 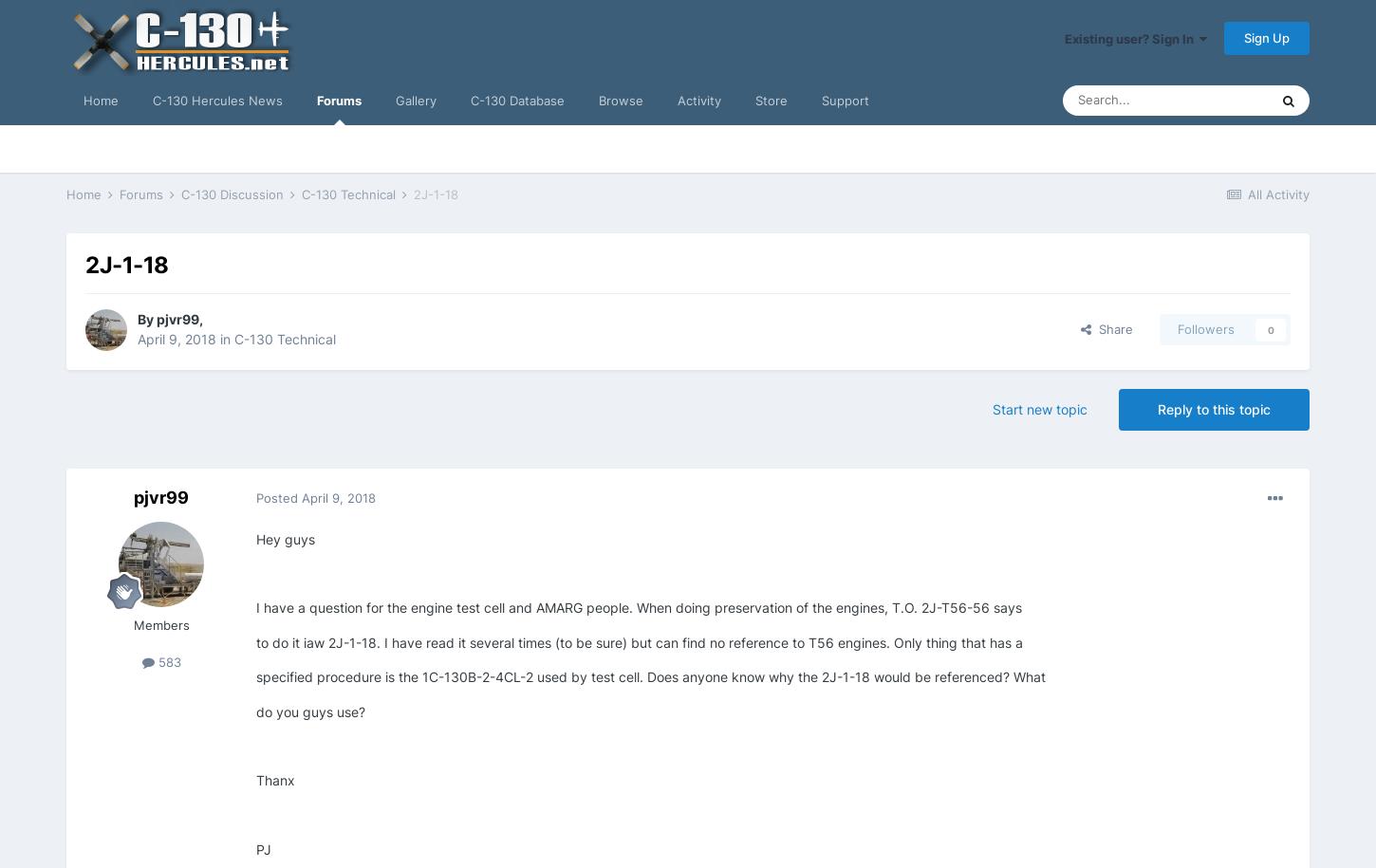 What do you see at coordinates (263, 848) in the screenshot?
I see `'PJ'` at bounding box center [263, 848].